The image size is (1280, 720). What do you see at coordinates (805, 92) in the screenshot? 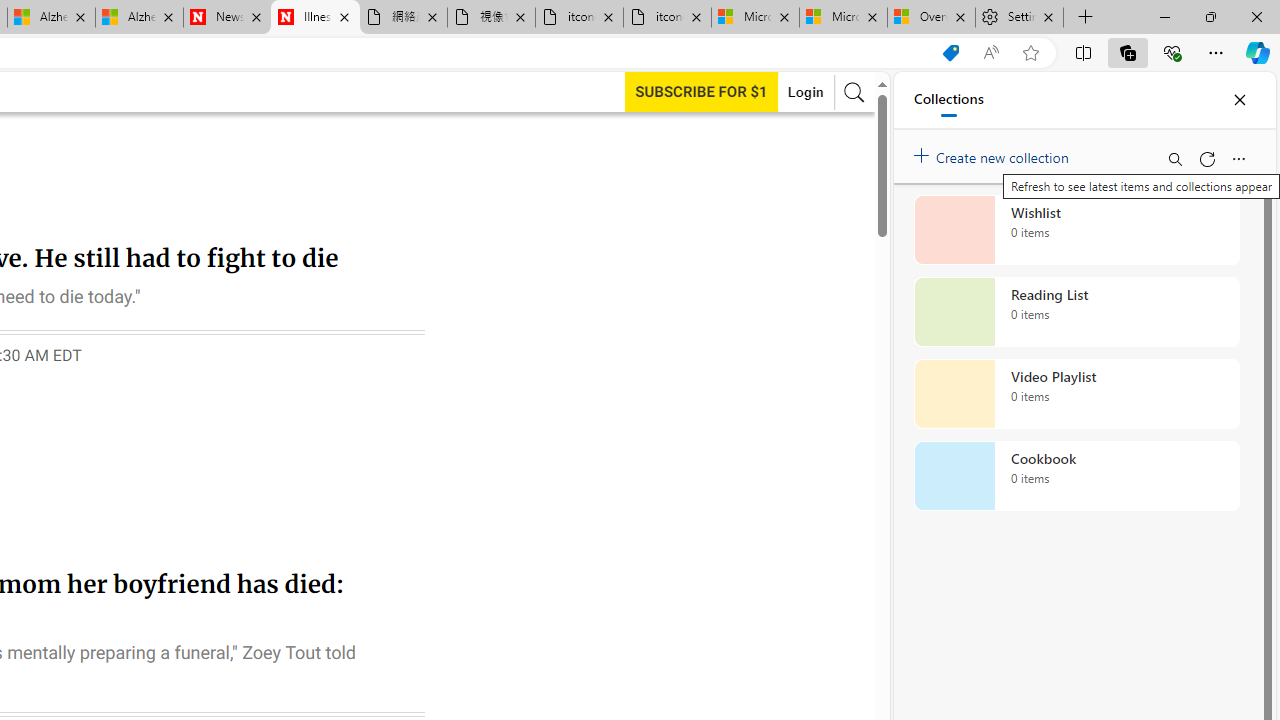
I see `'Login'` at bounding box center [805, 92].